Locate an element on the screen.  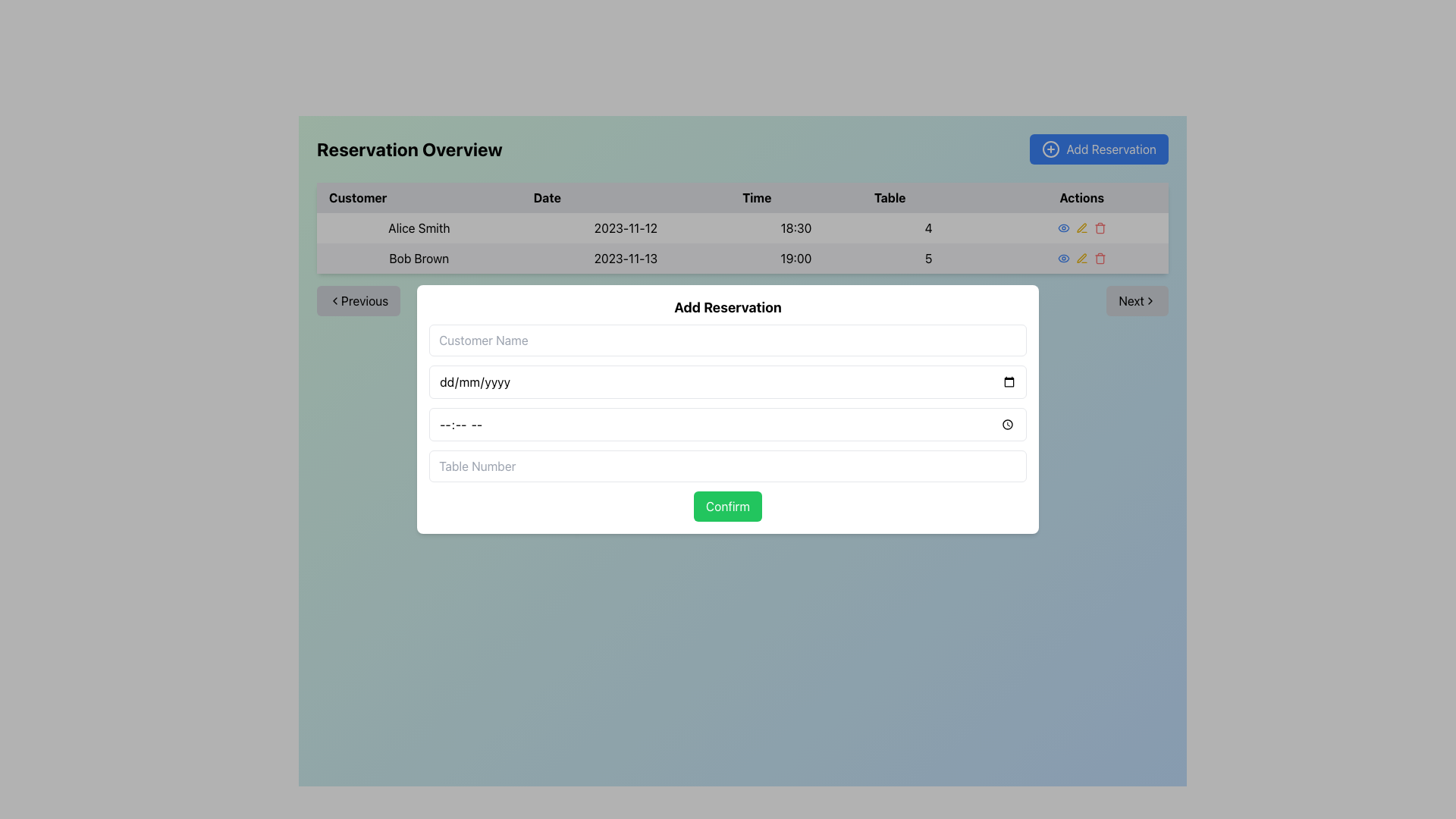
the text element displaying the customer's name in the reservation overview table, located in the first cell of the second row under the 'Customer' heading is located at coordinates (419, 257).